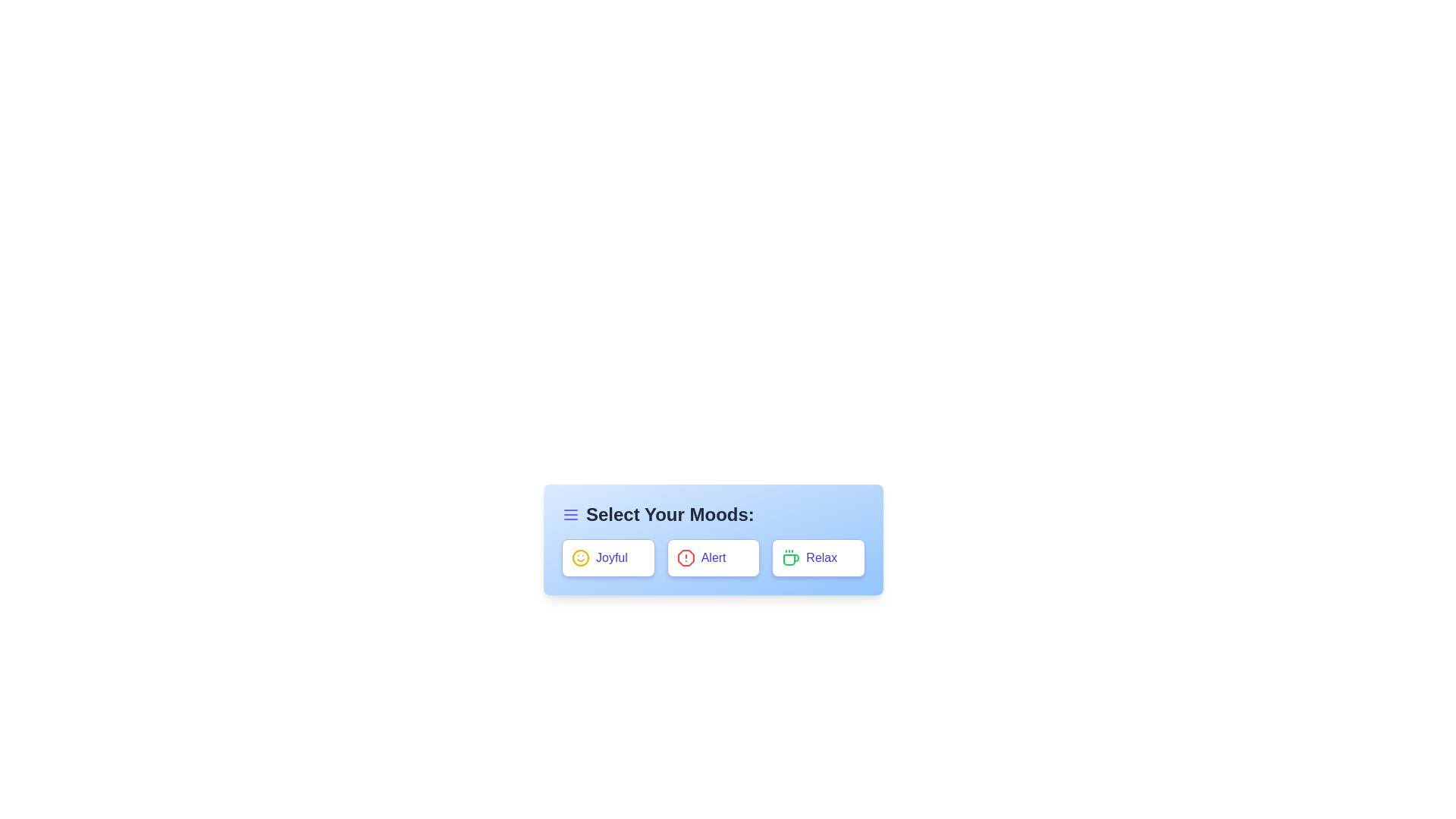  I want to click on the 'Alert' button to observe its effect, so click(712, 558).